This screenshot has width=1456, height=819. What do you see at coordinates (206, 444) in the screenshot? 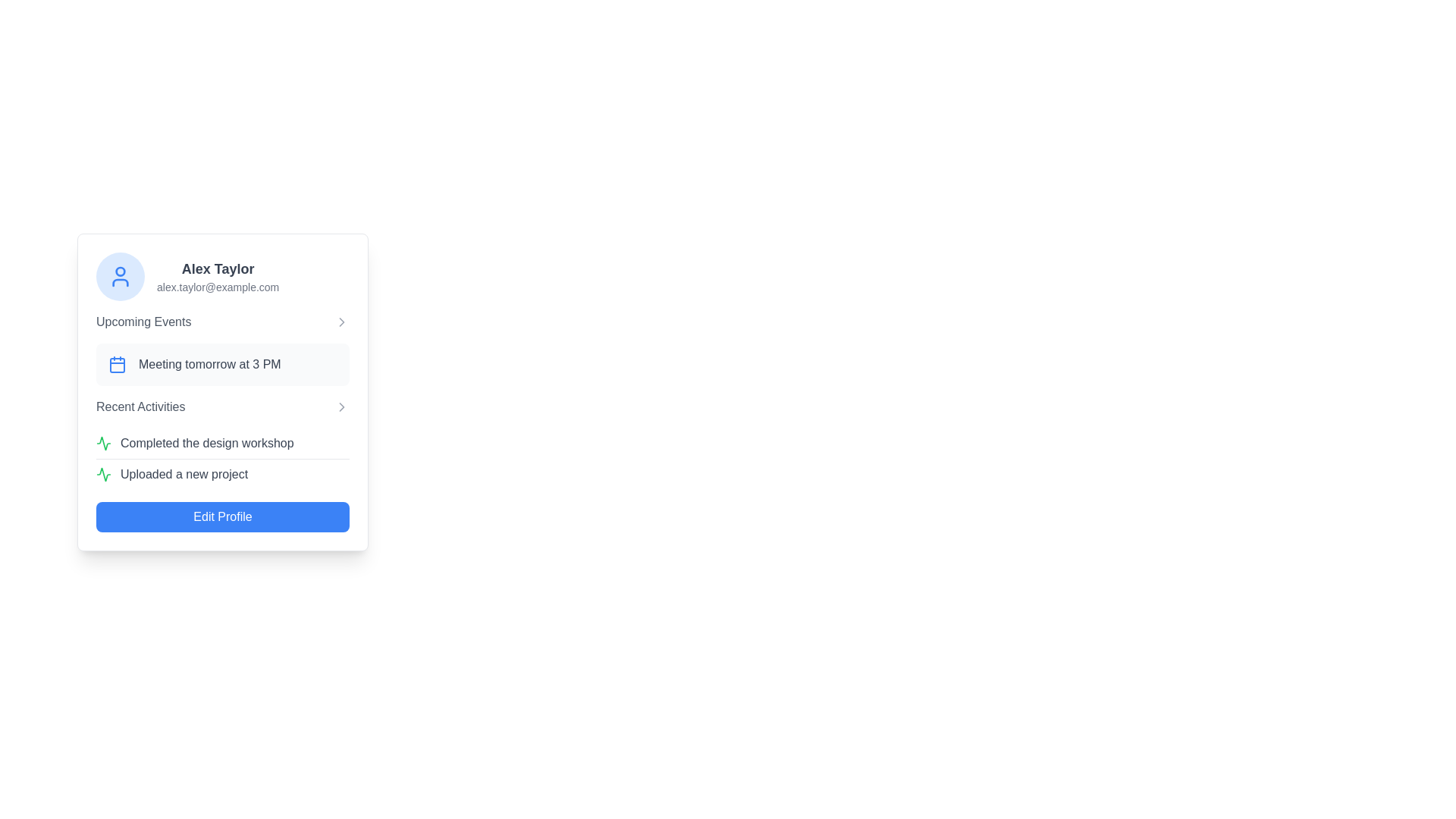
I see `the text element displaying 'Completed the design workshop', which is located under the 'Recent Activities' section` at bounding box center [206, 444].